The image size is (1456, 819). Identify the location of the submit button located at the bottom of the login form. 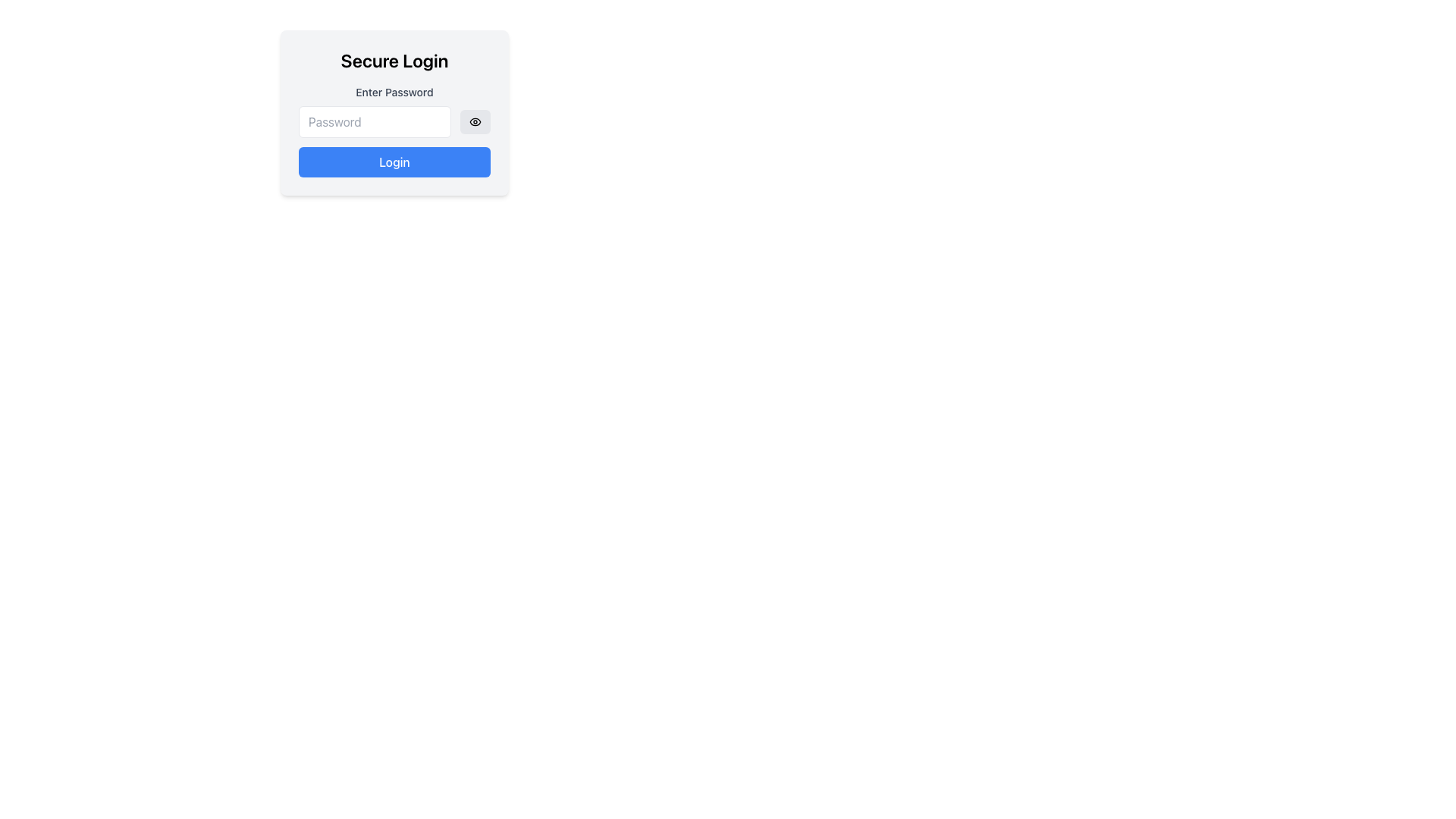
(394, 162).